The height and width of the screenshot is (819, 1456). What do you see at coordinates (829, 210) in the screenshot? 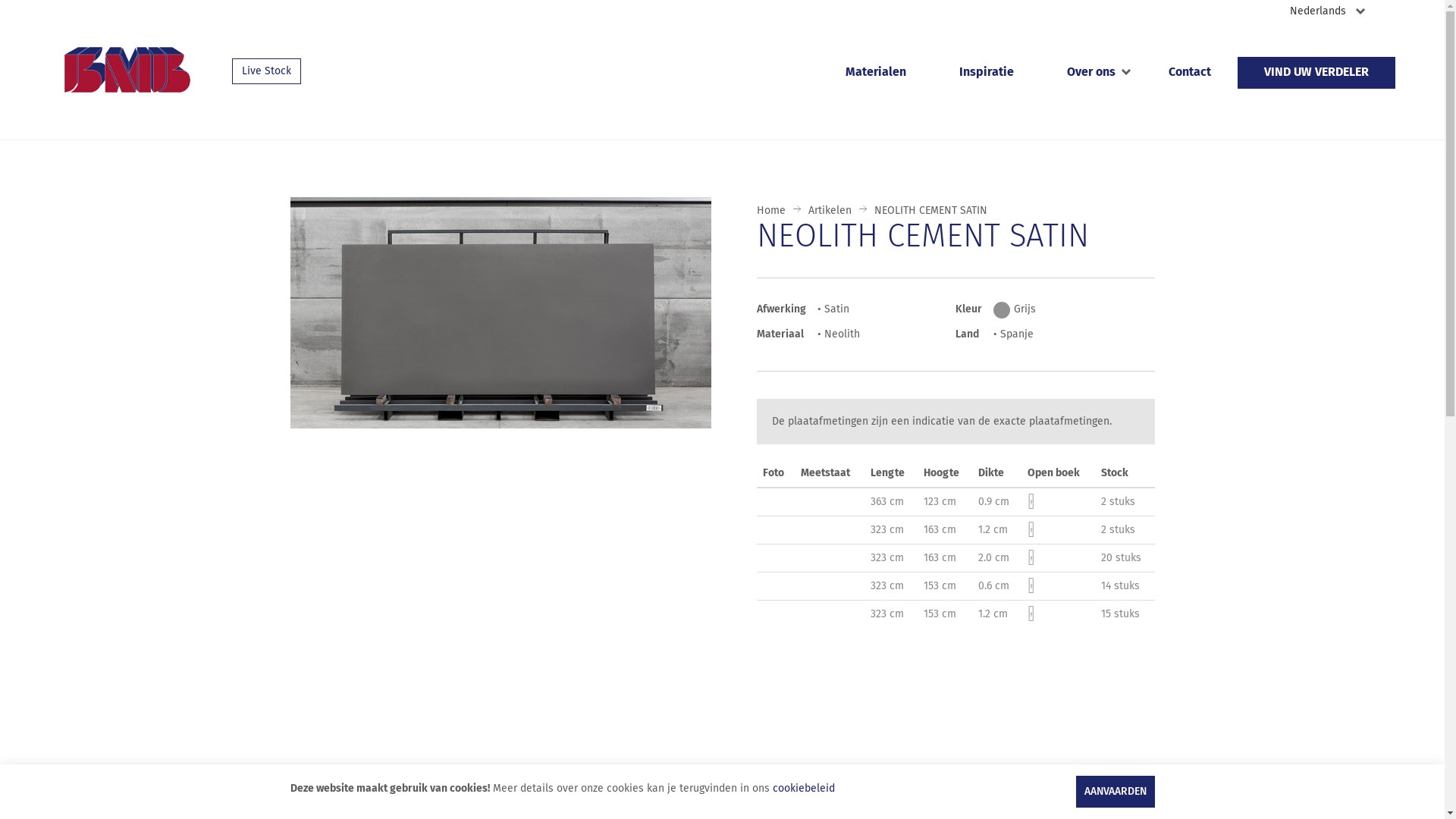
I see `'Artikelen'` at bounding box center [829, 210].